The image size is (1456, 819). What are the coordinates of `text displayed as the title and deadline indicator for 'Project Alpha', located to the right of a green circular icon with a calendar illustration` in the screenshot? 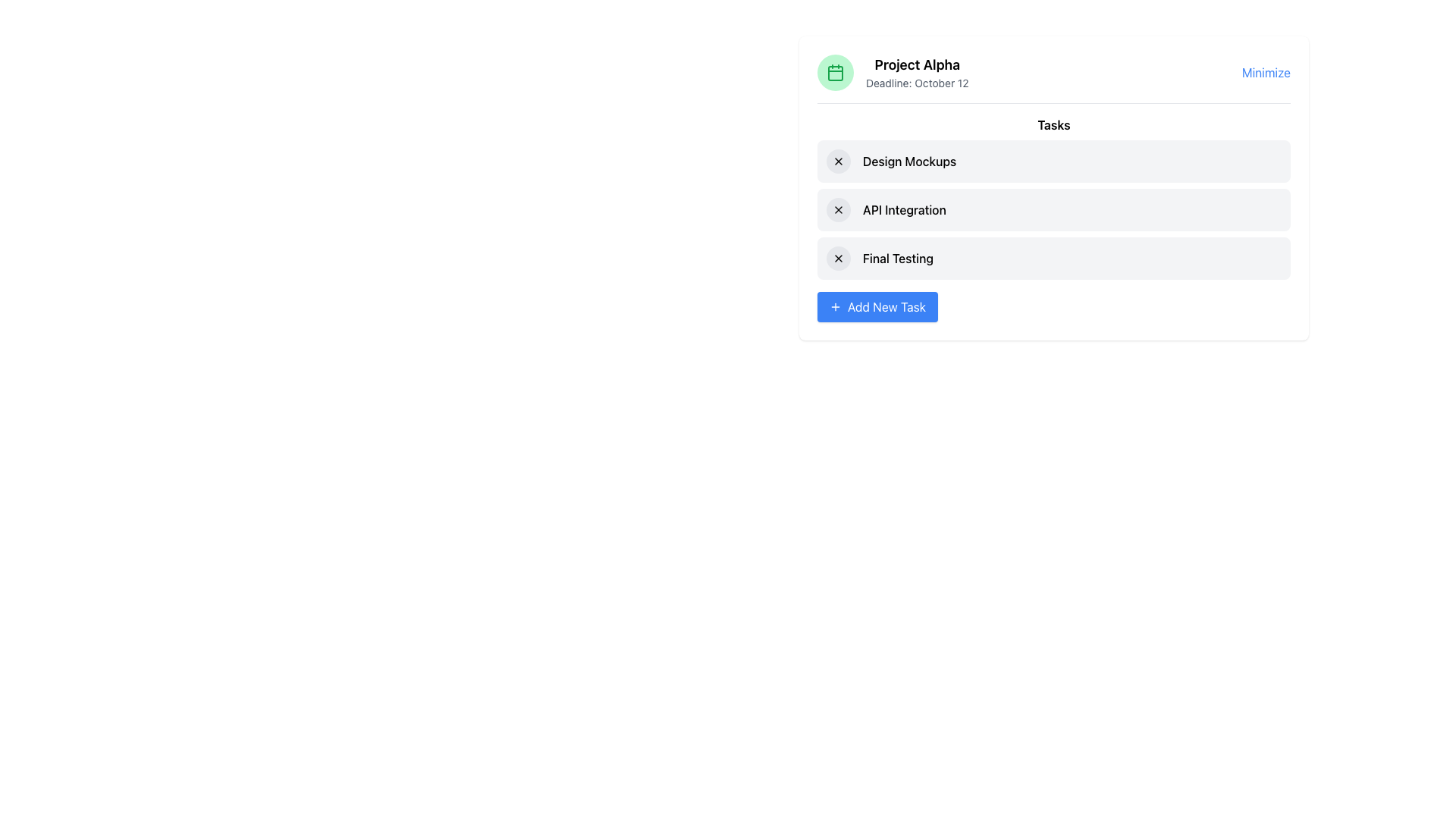 It's located at (916, 73).